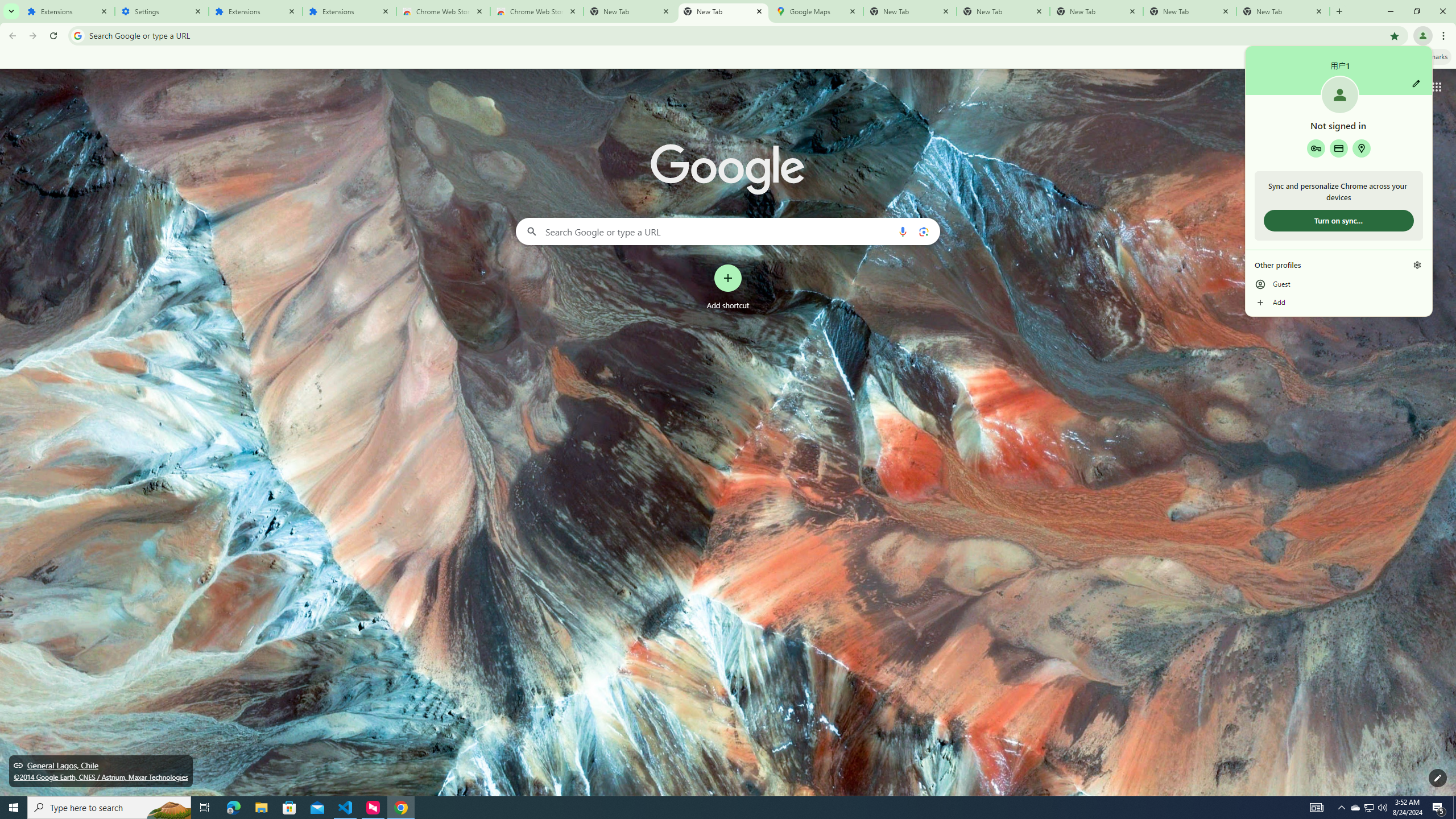 Image resolution: width=1456 pixels, height=819 pixels. Describe the element at coordinates (728, 287) in the screenshot. I see `'Add shortcut'` at that location.